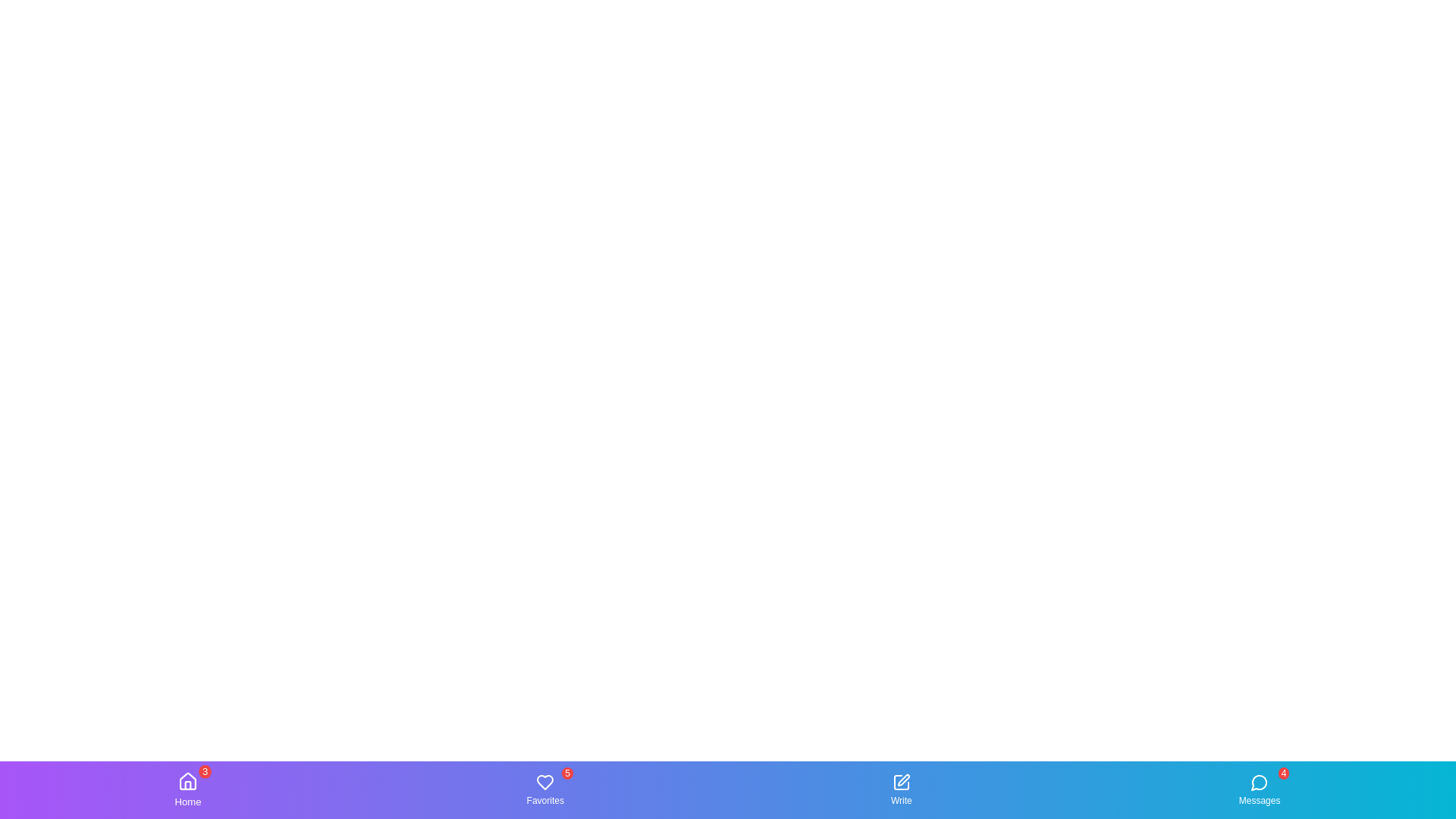  I want to click on the Favorites tab by clicking on its icon or label, so click(545, 789).